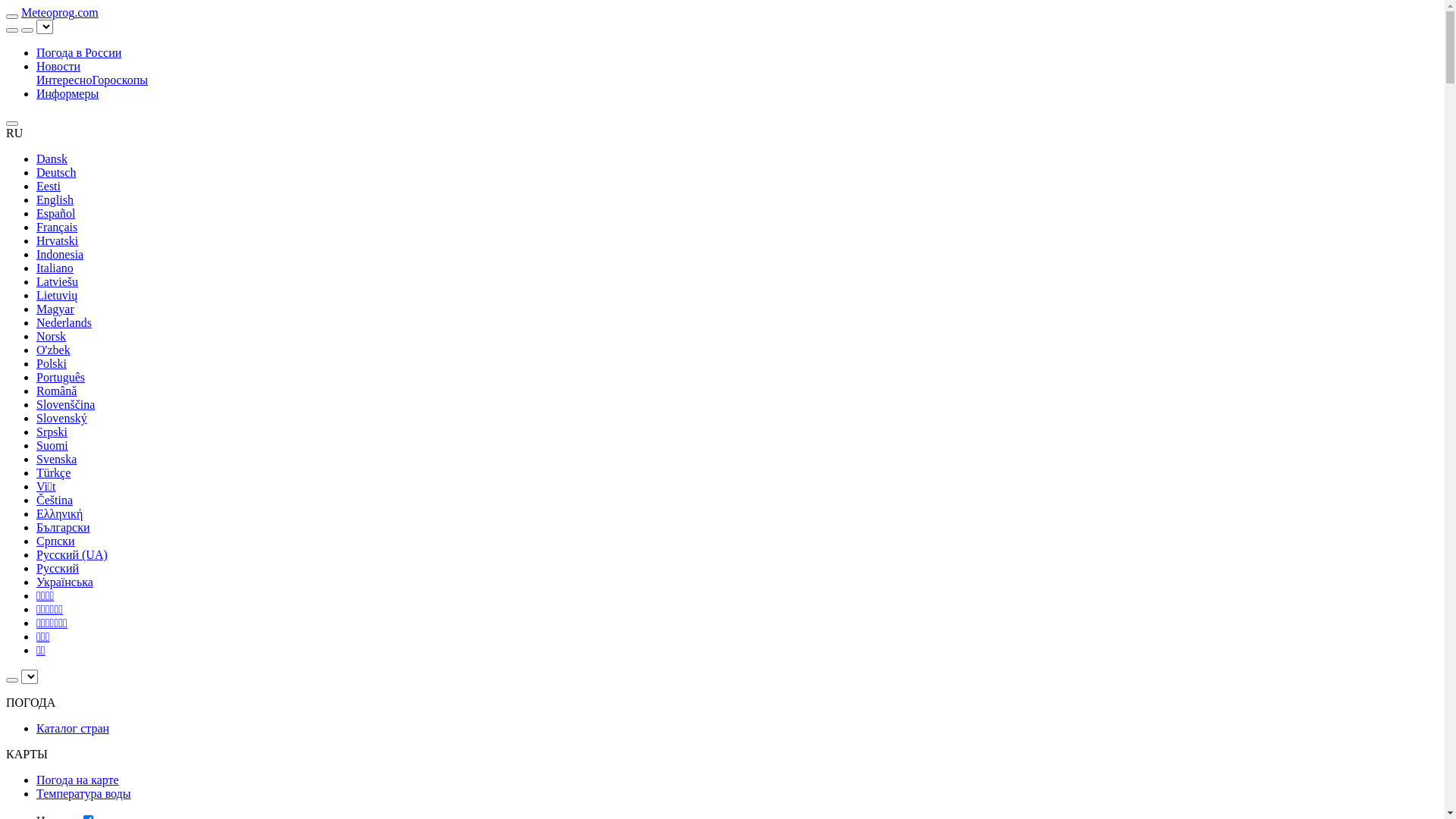 This screenshot has height=819, width=1456. Describe the element at coordinates (59, 12) in the screenshot. I see `'Meteoprog.com'` at that location.